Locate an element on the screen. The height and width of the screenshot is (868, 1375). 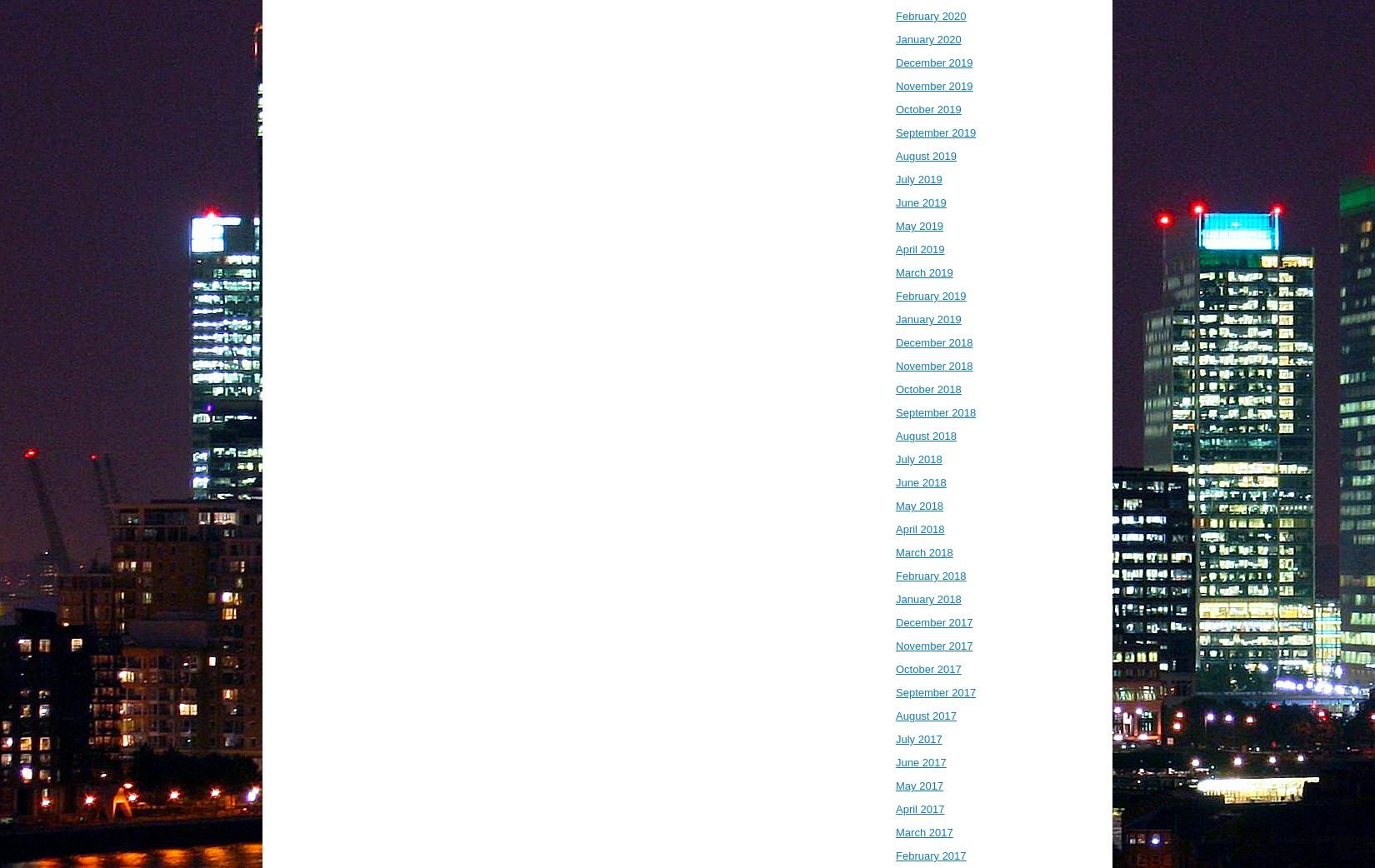
'March 2017' is located at coordinates (923, 832).